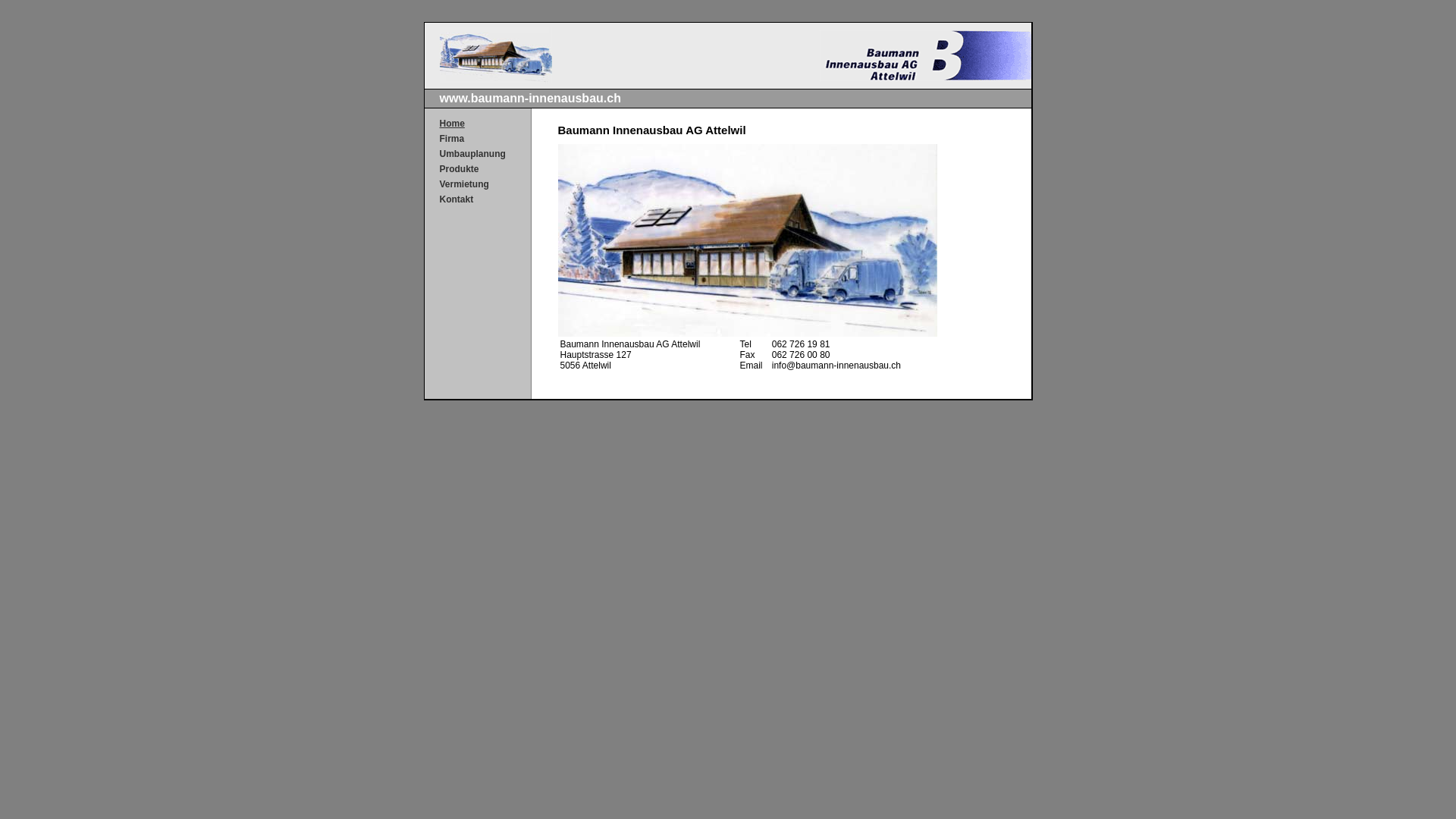 The width and height of the screenshot is (1456, 819). What do you see at coordinates (468, 154) in the screenshot?
I see `'Umbauplanung'` at bounding box center [468, 154].